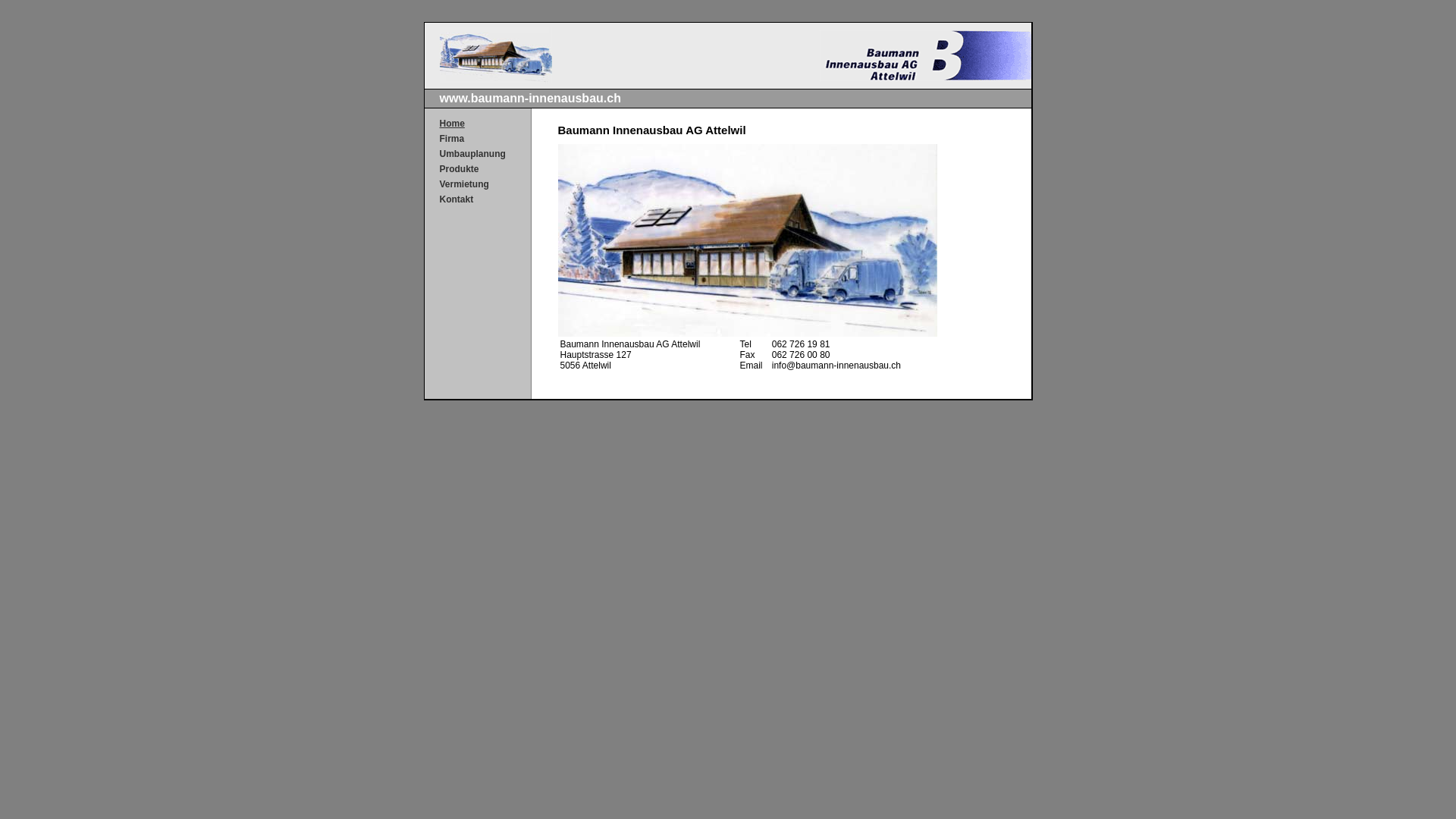 The width and height of the screenshot is (1456, 819). What do you see at coordinates (468, 154) in the screenshot?
I see `'Umbauplanung'` at bounding box center [468, 154].